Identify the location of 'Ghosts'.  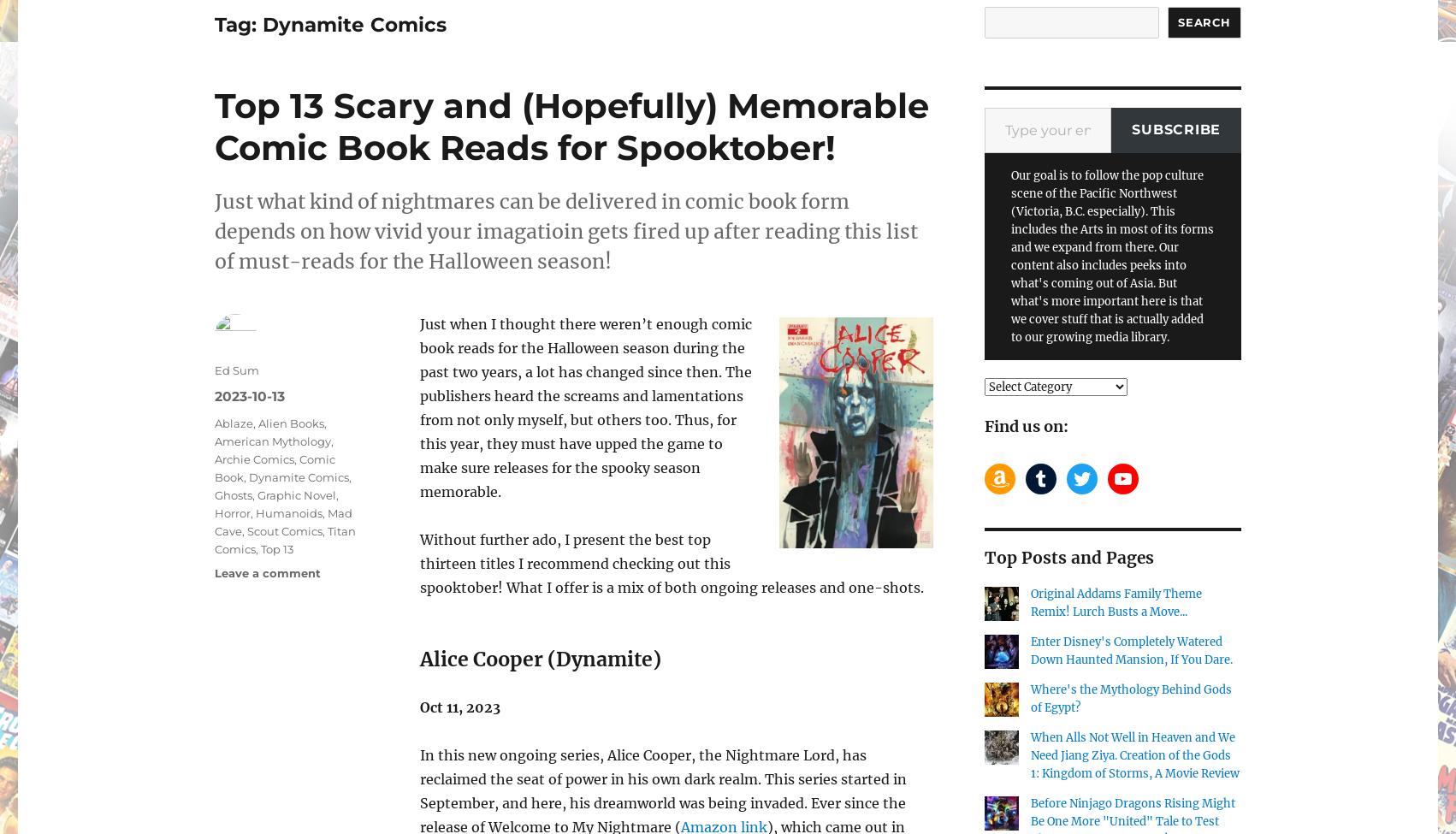
(233, 493).